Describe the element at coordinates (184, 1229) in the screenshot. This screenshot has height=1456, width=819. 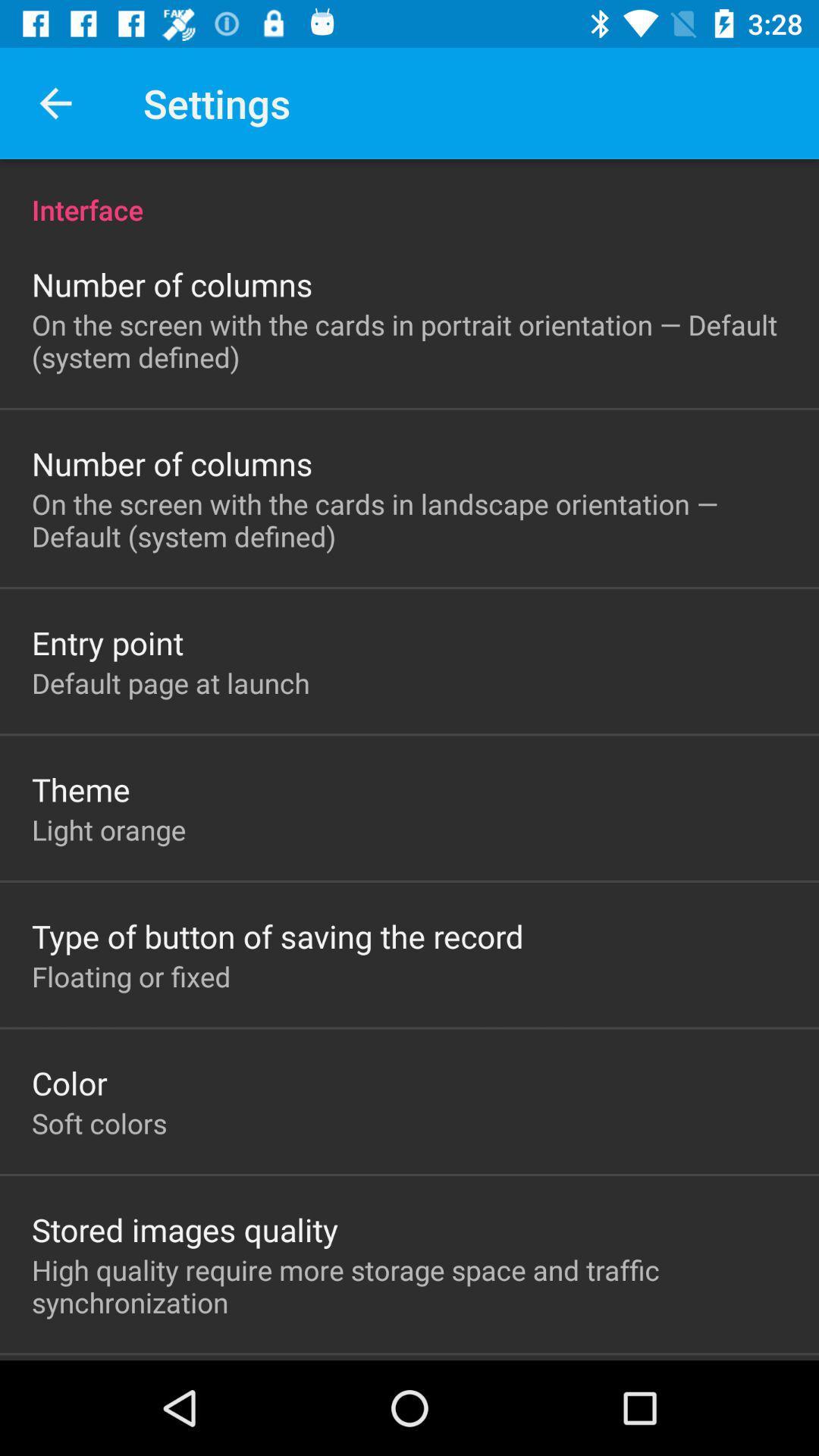
I see `icon below the soft colors` at that location.